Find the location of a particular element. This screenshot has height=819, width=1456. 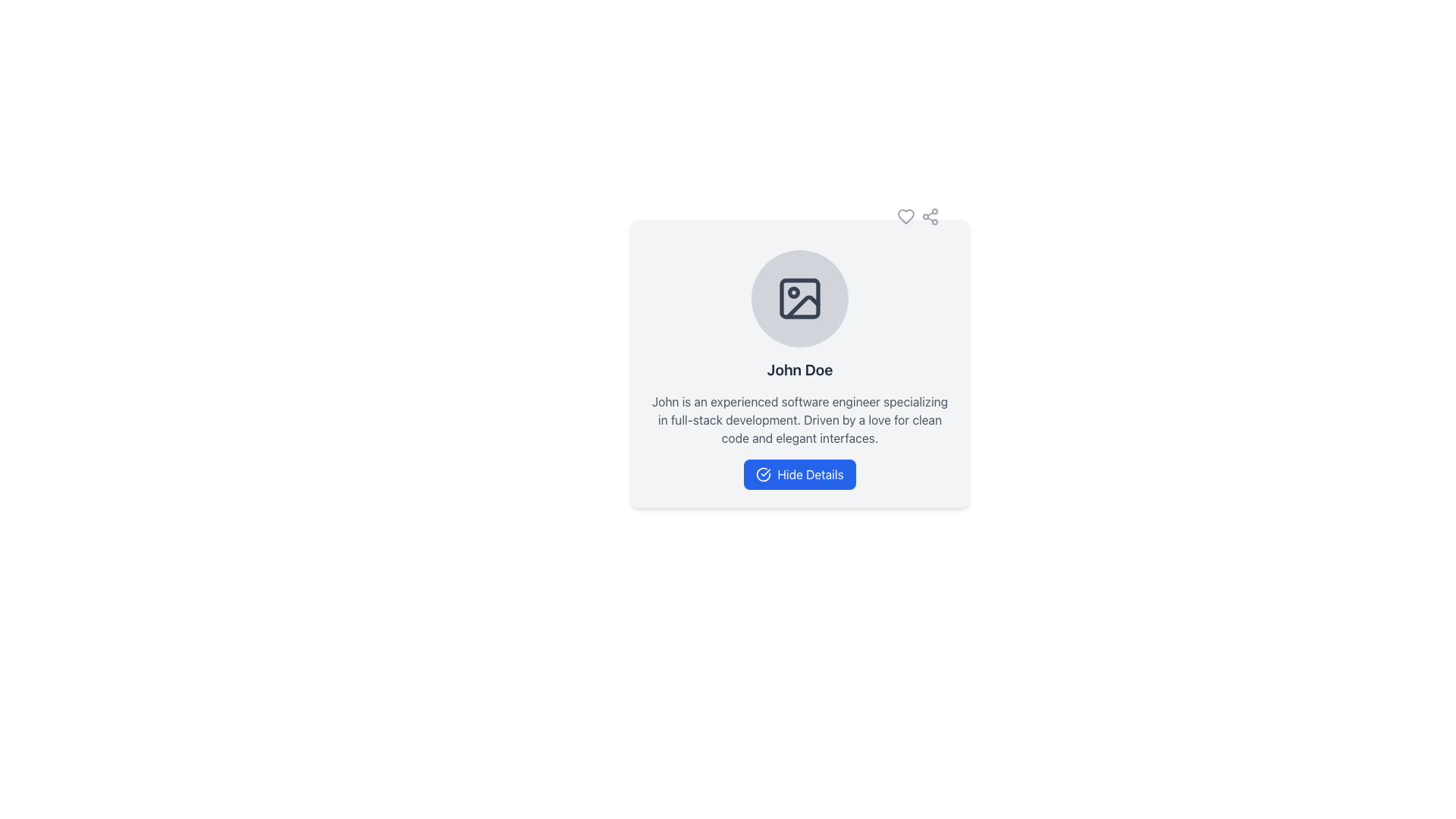

the 'Hide Details' text label styled in white font on a blue background, located within a rounded blue button at the bottom of a card-like section is located at coordinates (810, 473).